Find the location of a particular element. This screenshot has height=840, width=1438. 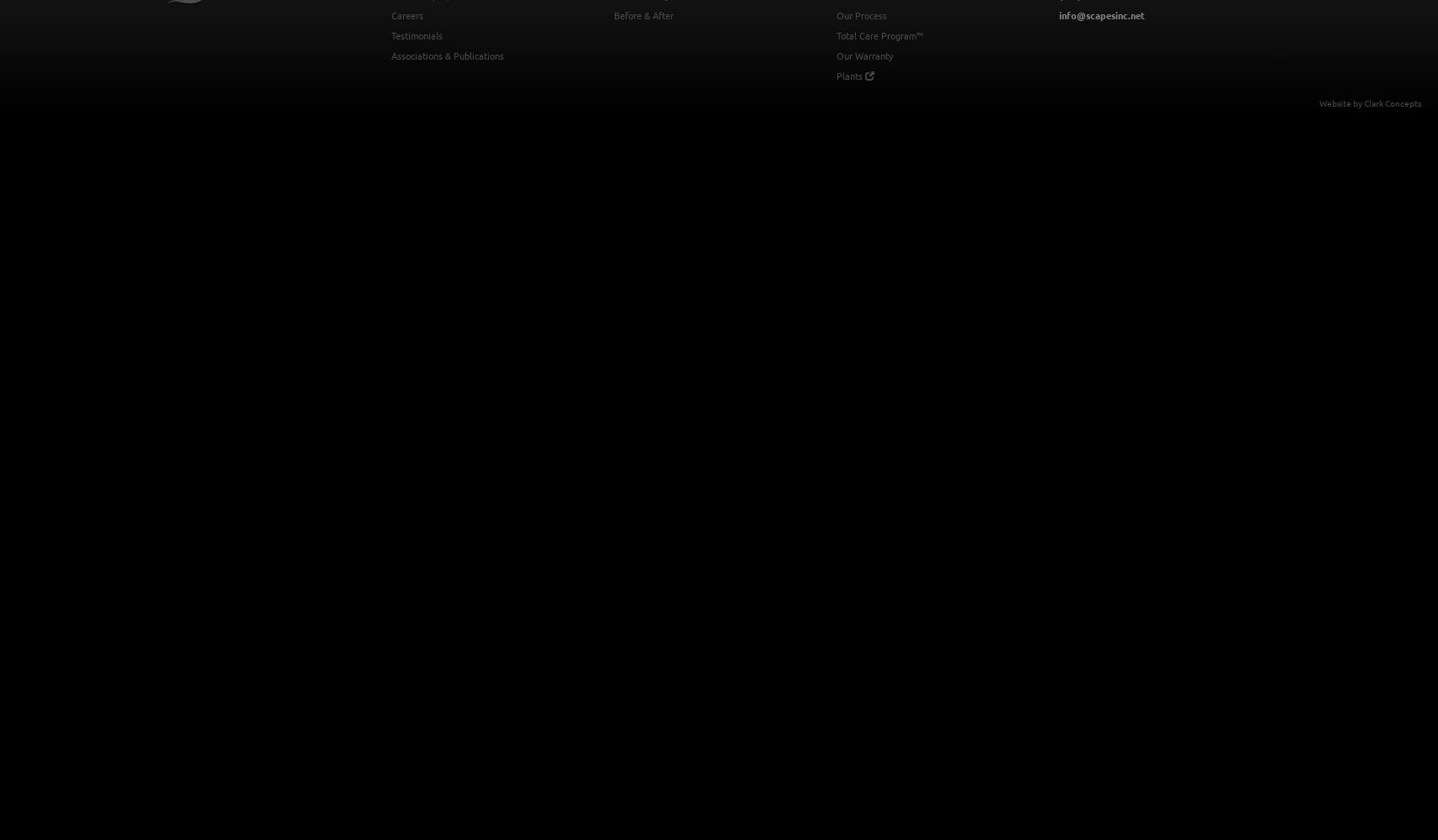

'Associations & Publications' is located at coordinates (391, 55).